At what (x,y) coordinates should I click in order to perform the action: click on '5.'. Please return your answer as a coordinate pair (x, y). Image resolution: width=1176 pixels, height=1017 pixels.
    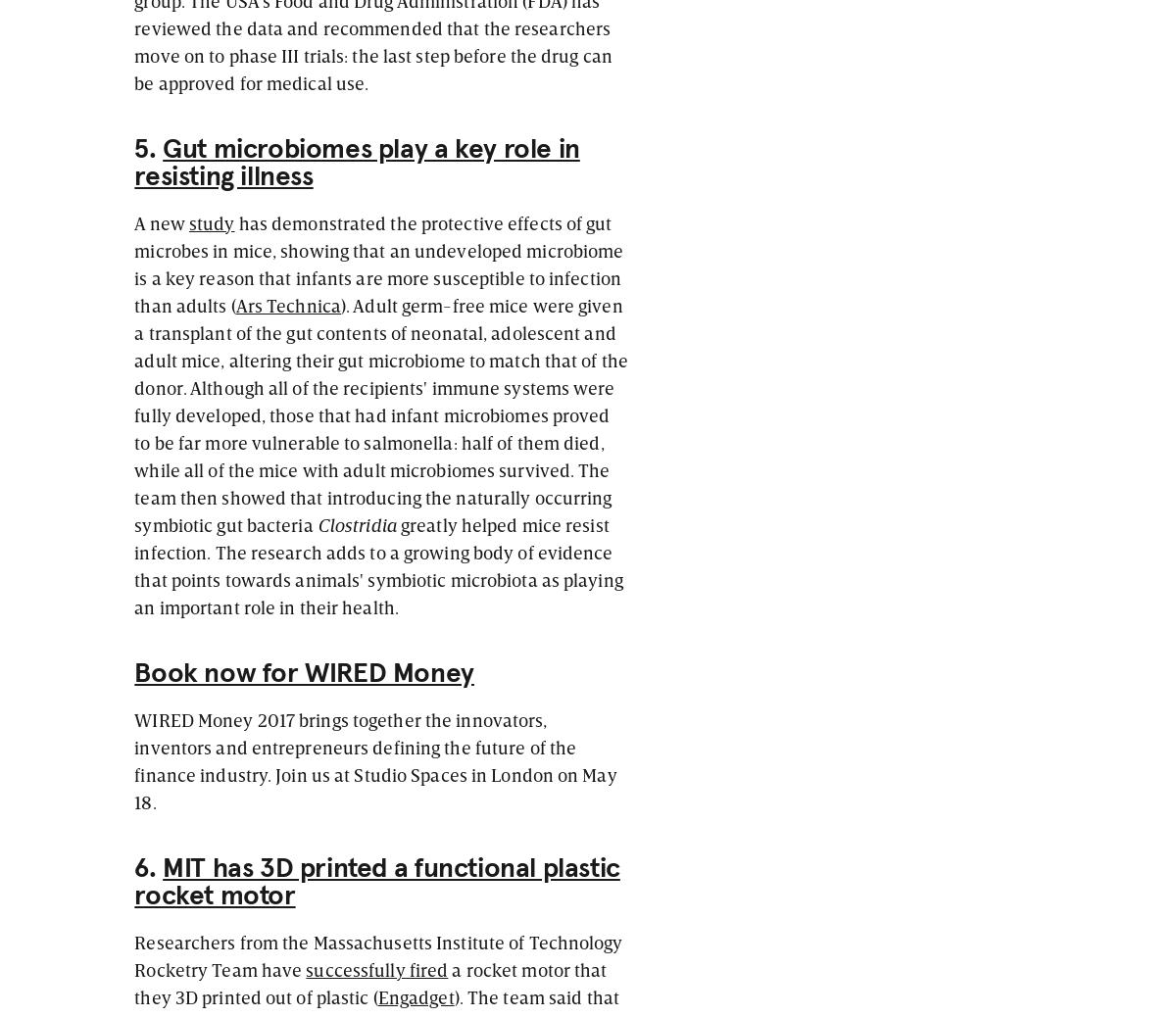
    Looking at the image, I should click on (147, 147).